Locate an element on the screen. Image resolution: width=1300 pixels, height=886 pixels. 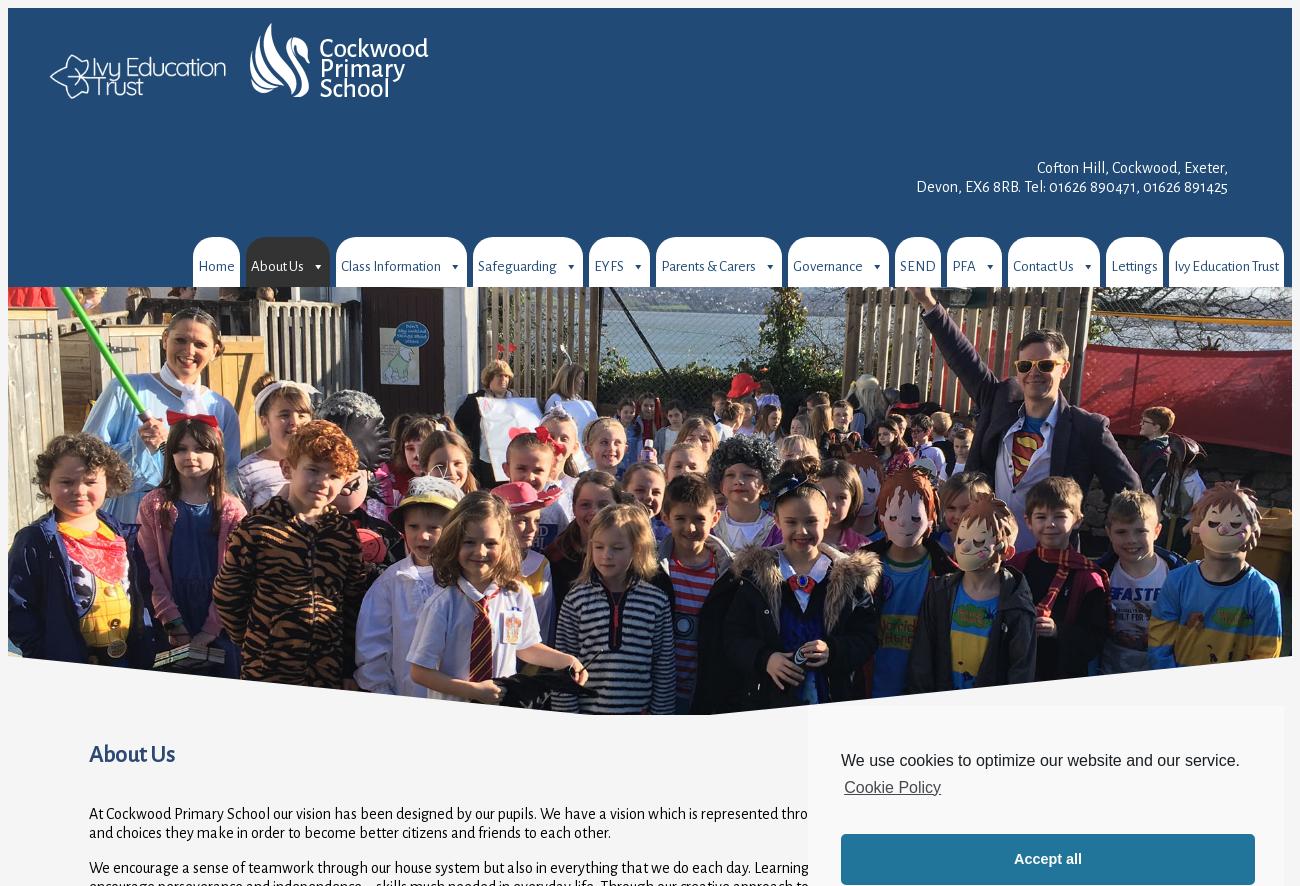
'Home' is located at coordinates (216, 266).